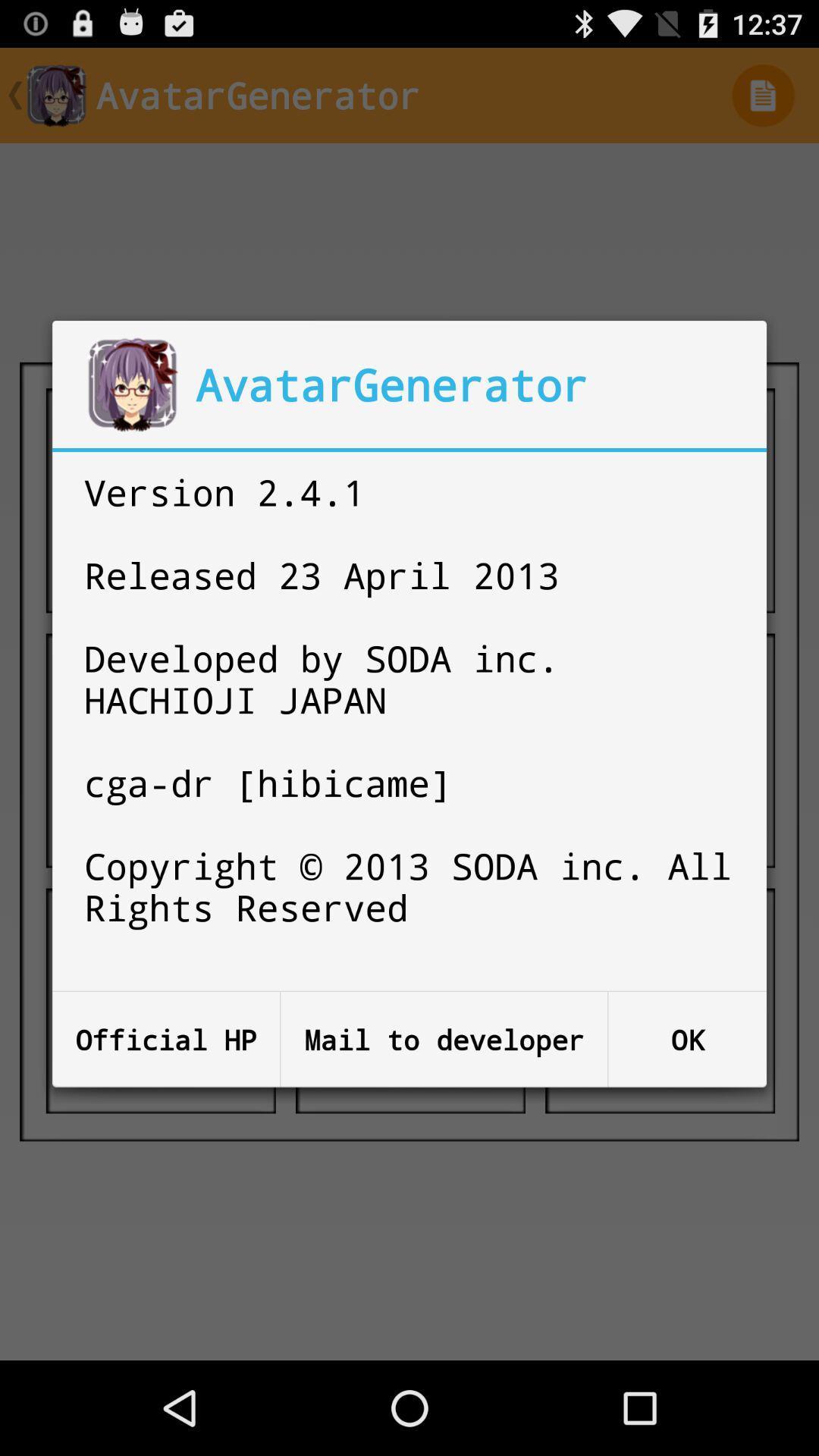 This screenshot has width=819, height=1456. What do you see at coordinates (444, 1039) in the screenshot?
I see `mail to developer icon` at bounding box center [444, 1039].